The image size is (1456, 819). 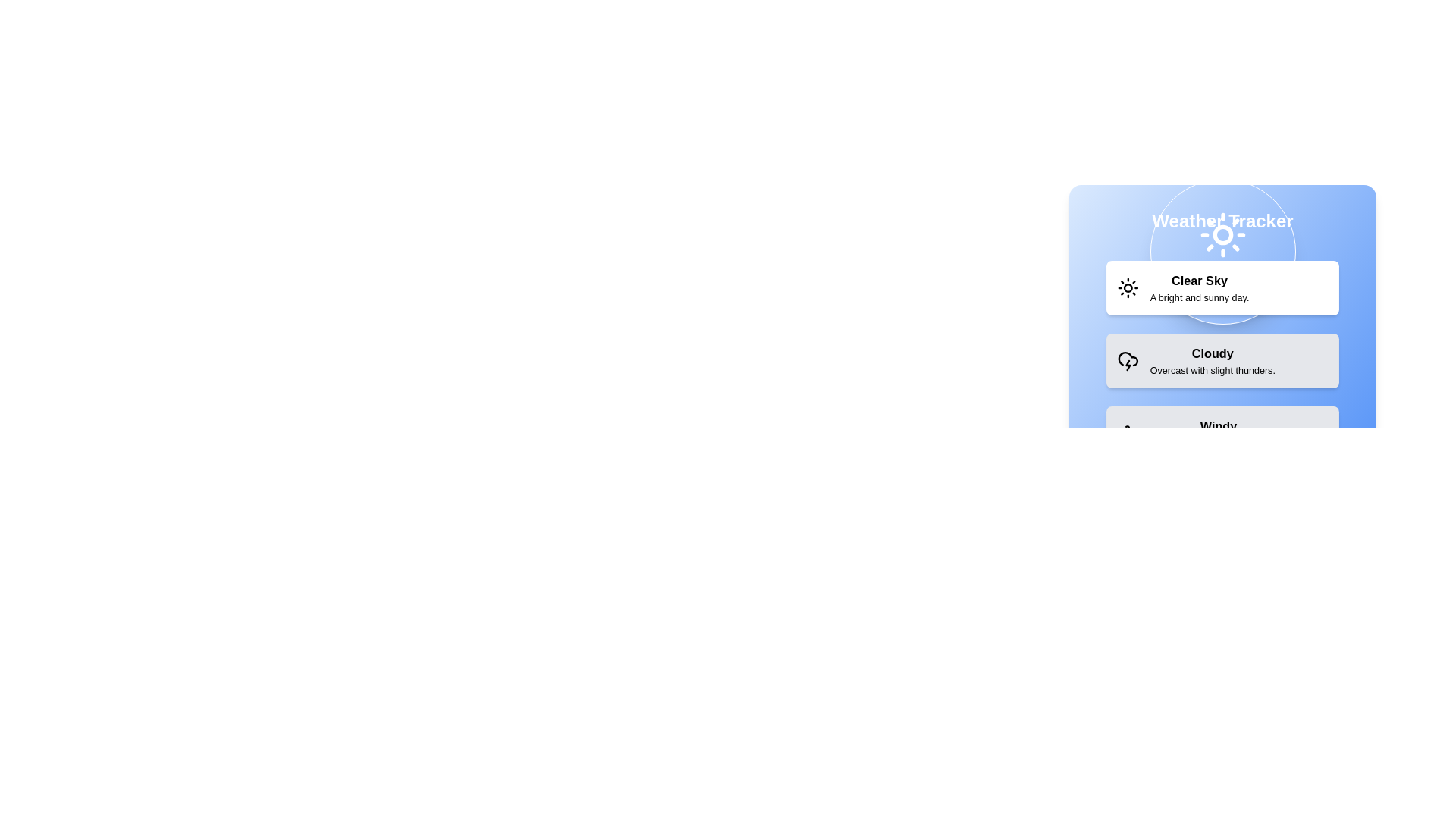 What do you see at coordinates (1219, 427) in the screenshot?
I see `the Text label that serves as the title for the section providing information about 'Windy' weather conditions, located above the description text 'Strong breezy conditions ahead'` at bounding box center [1219, 427].